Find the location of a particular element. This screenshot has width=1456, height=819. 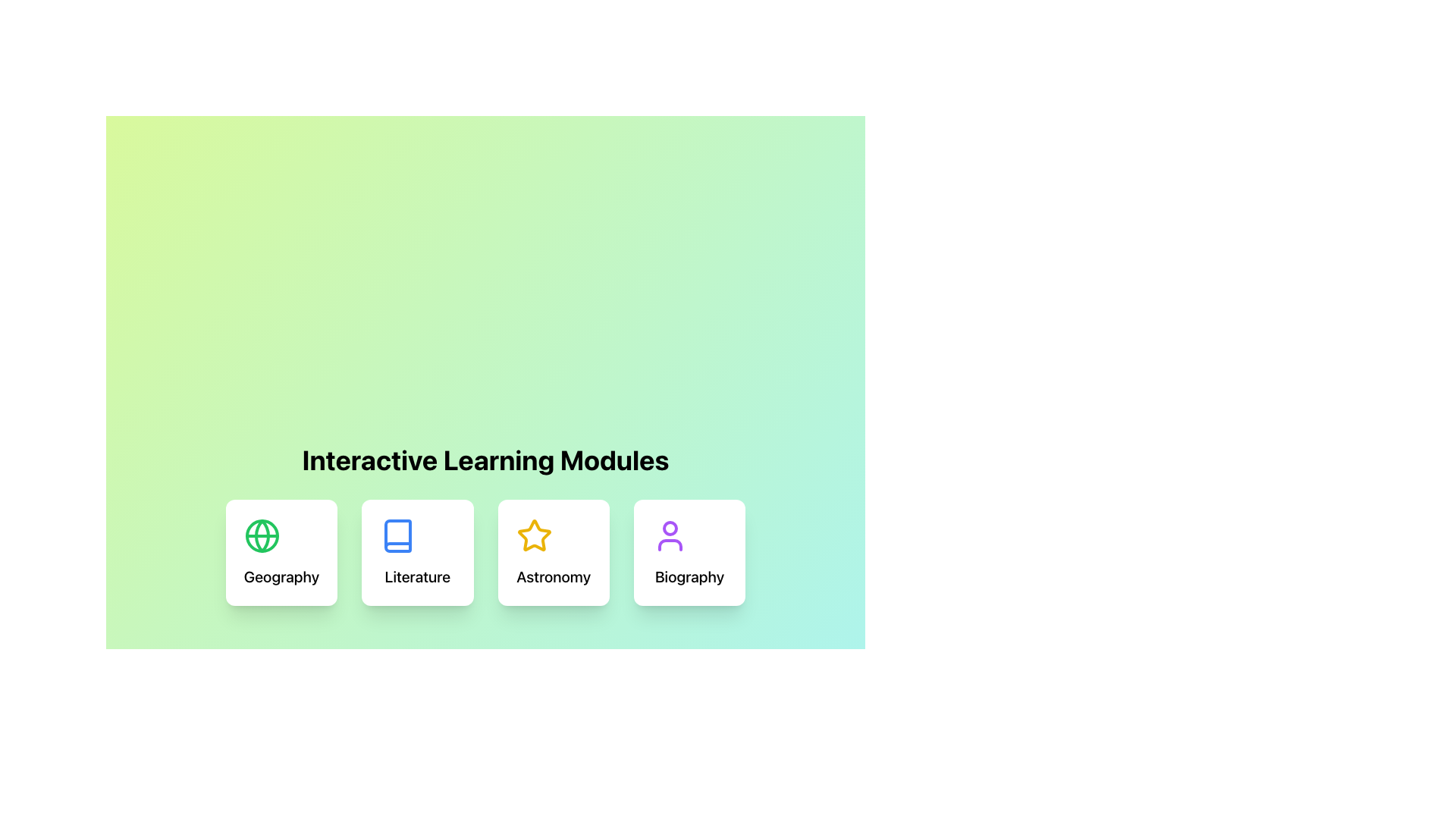

the static text element displaying 'Geography', which is positioned at the bottom of a card and located below a globe icon is located at coordinates (281, 576).